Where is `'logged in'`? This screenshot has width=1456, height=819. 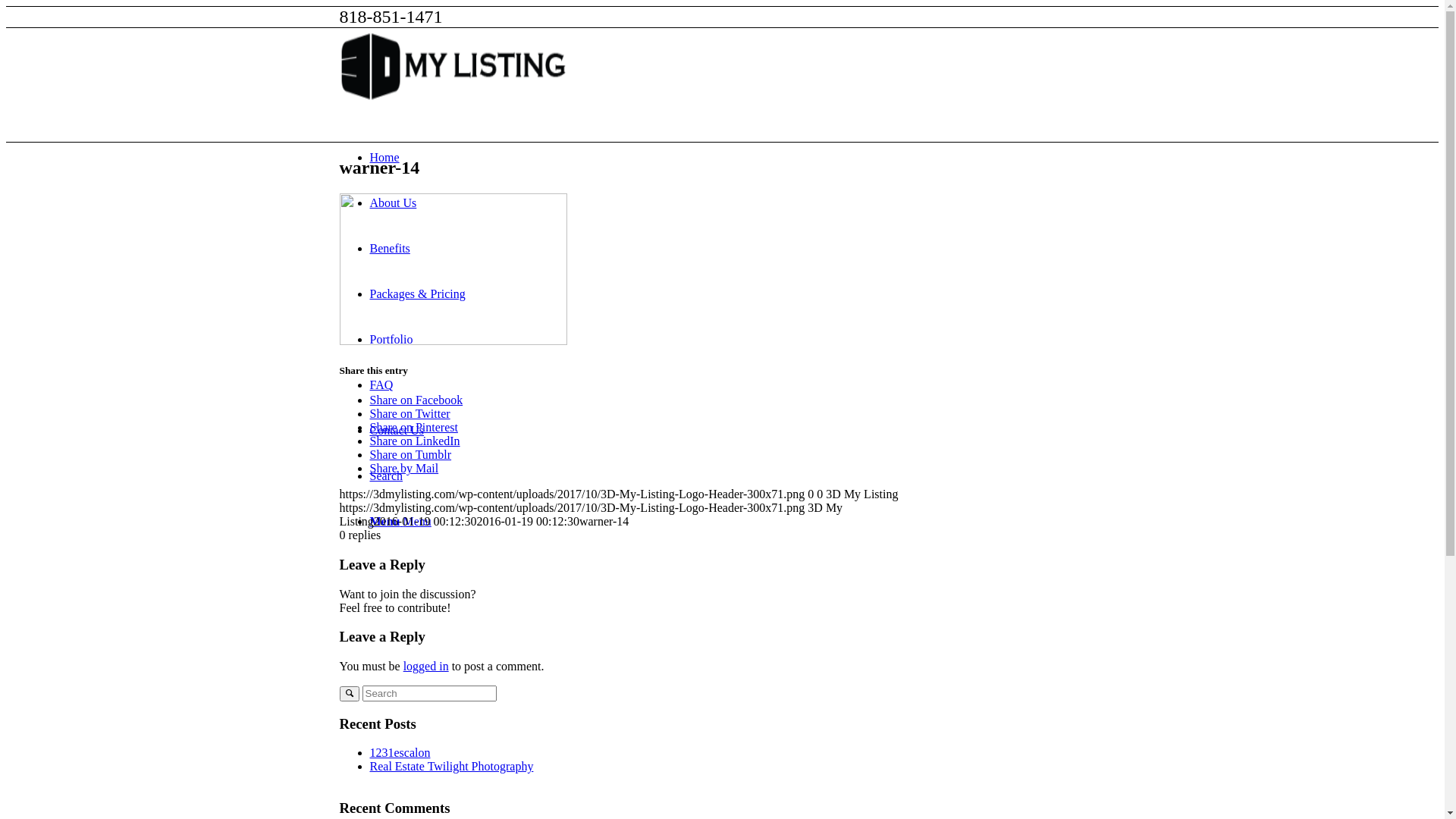
'logged in' is located at coordinates (425, 665).